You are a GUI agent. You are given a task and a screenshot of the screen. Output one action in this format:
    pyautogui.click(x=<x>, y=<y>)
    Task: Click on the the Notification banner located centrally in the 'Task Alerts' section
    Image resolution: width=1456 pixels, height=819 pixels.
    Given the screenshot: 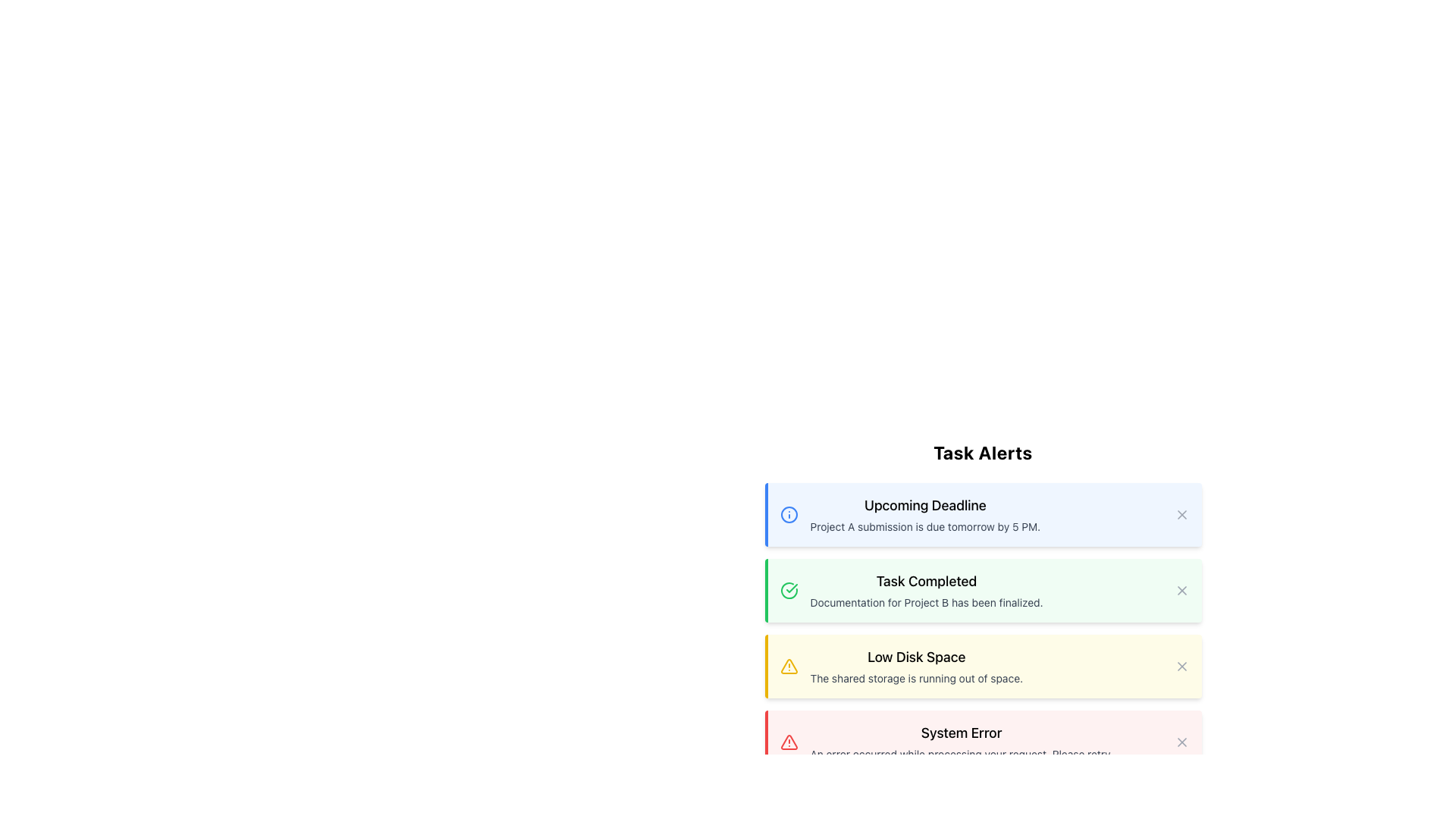 What is the action you would take?
    pyautogui.click(x=984, y=513)
    